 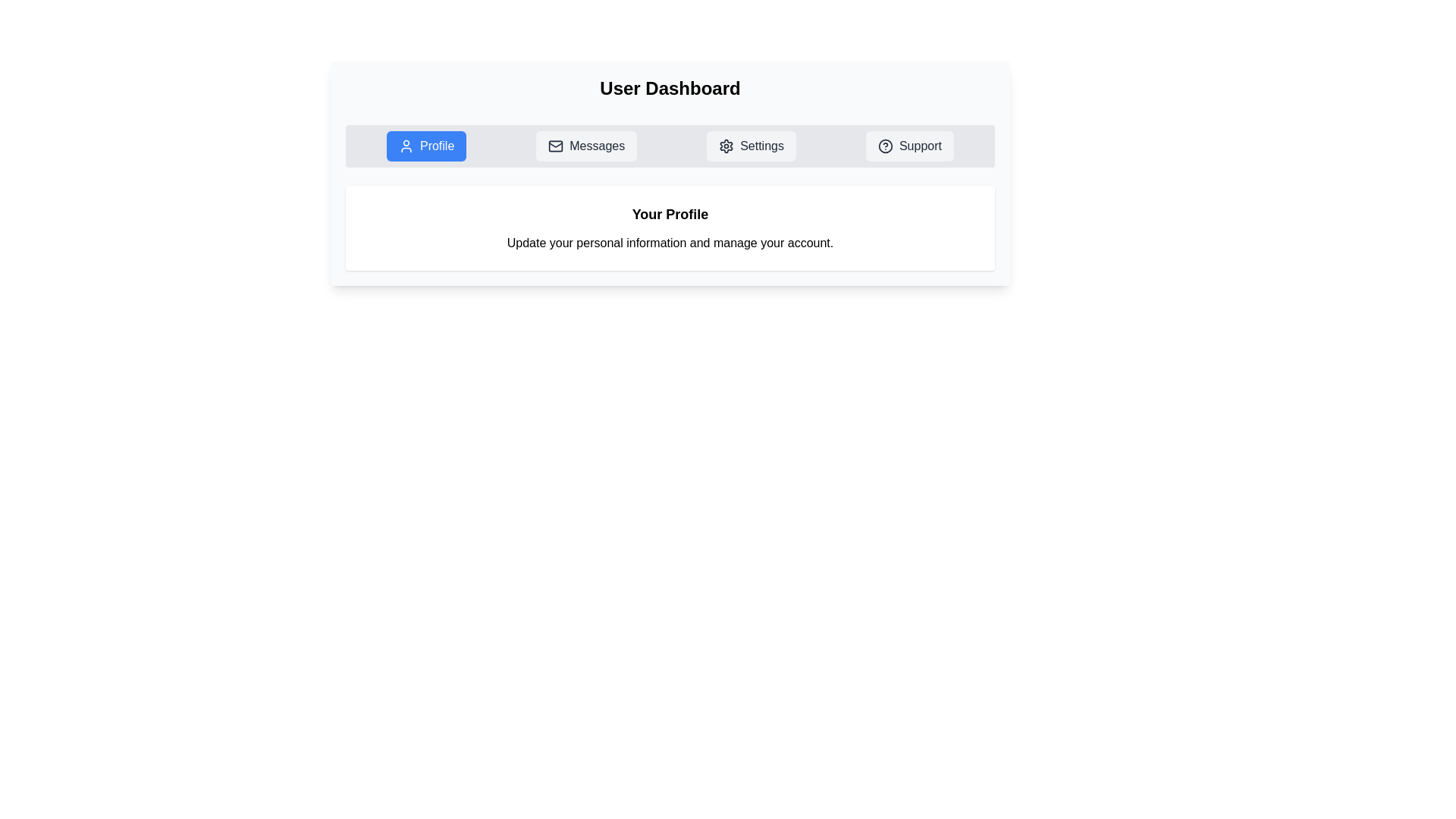 I want to click on the settings button, which is the third button in a row between the 'Messages' and 'Support' buttons, so click(x=752, y=146).